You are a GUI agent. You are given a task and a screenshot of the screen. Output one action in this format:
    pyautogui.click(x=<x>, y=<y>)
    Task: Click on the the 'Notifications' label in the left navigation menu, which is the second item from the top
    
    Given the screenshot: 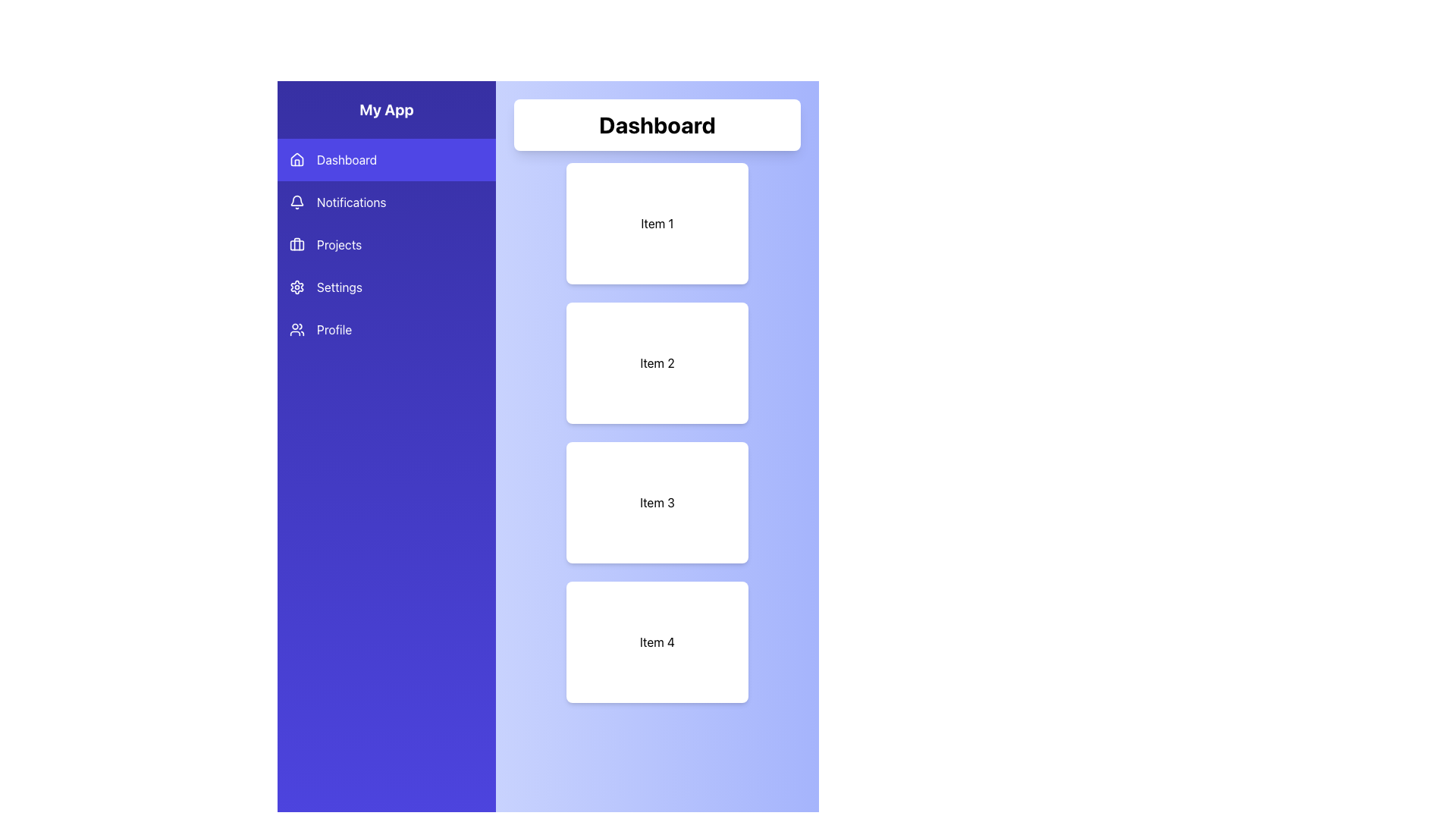 What is the action you would take?
    pyautogui.click(x=350, y=201)
    